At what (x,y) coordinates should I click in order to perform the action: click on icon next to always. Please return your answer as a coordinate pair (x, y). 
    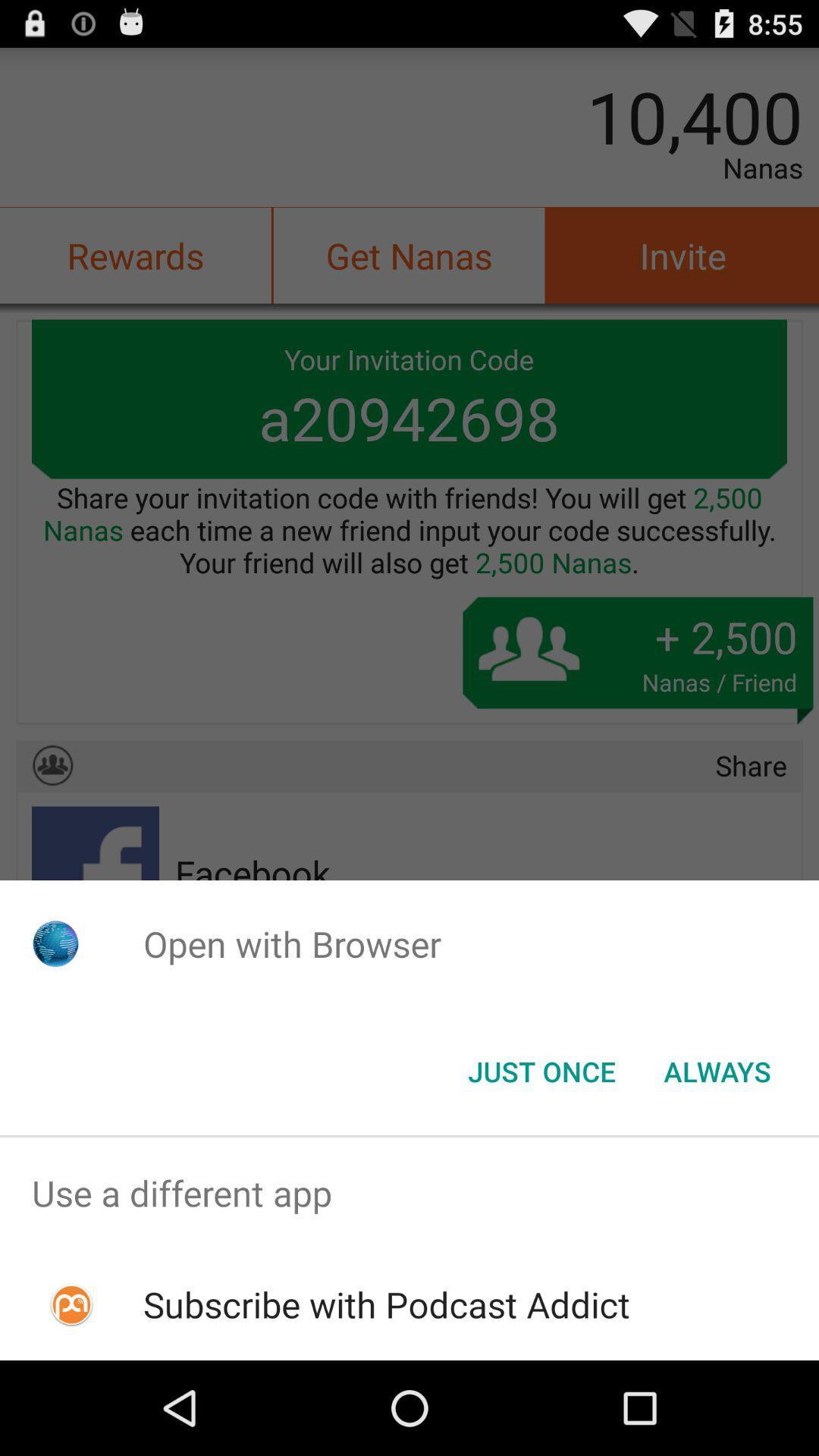
    Looking at the image, I should click on (541, 1070).